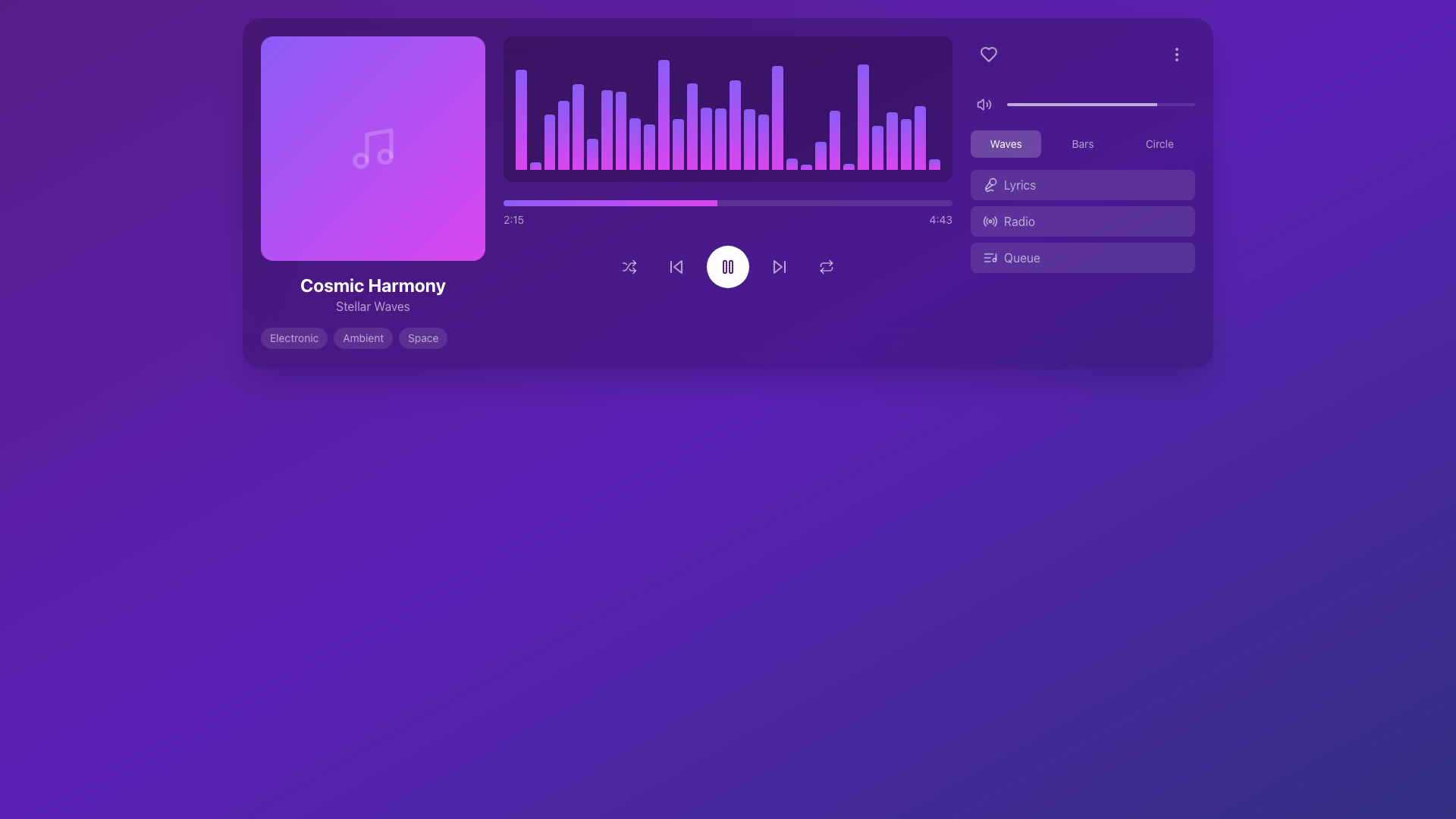  Describe the element at coordinates (877, 147) in the screenshot. I see `visual representation of the 26th bar in the bar chart, which is a vertically rectangular bar with a gradient from fuchsia to violet and rounded corners at the top` at that location.